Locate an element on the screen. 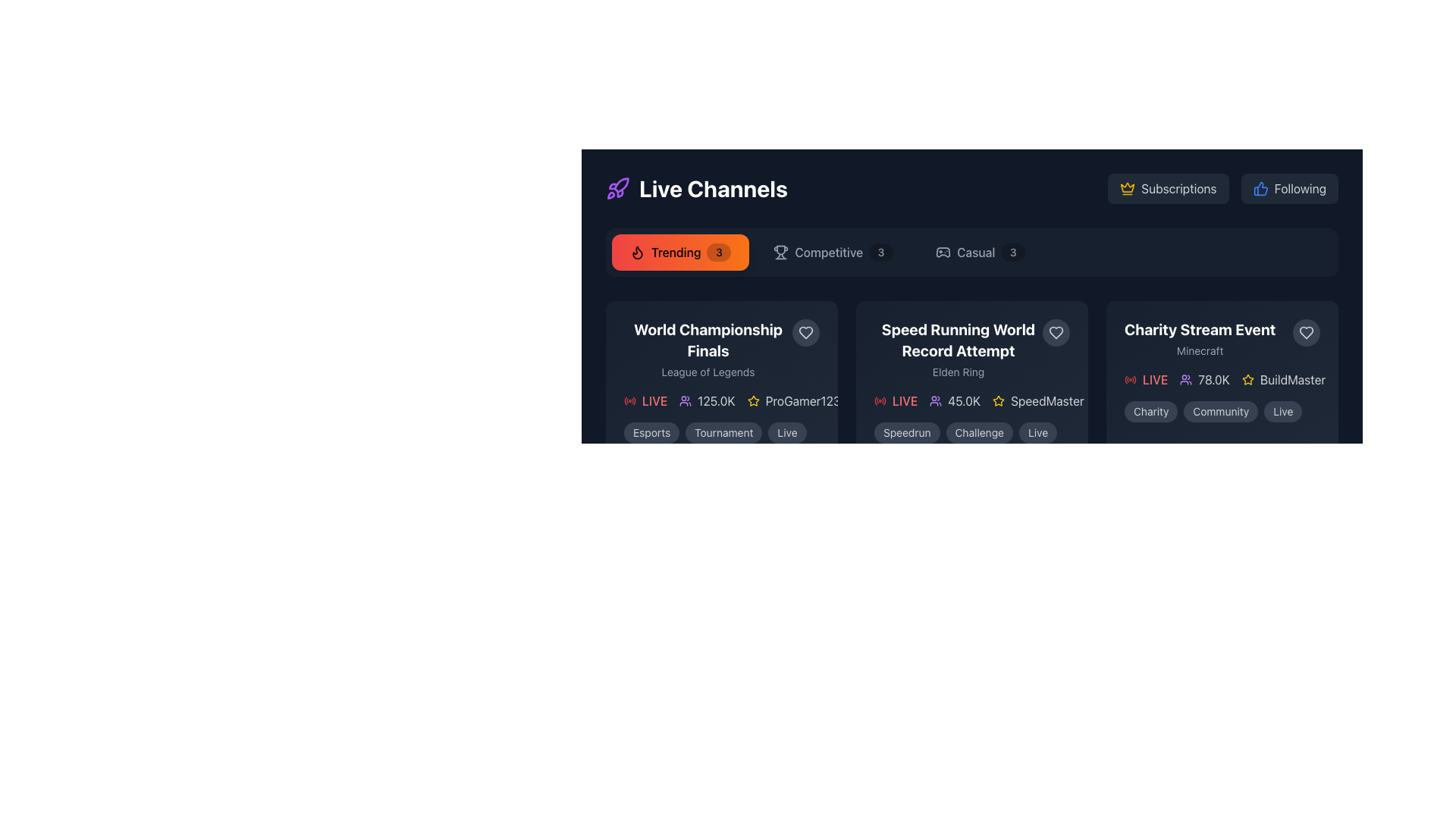 The width and height of the screenshot is (1456, 819). the 'Trending' SVG icon located near the left side of the 'Trending' button in the header of the interface is located at coordinates (637, 251).